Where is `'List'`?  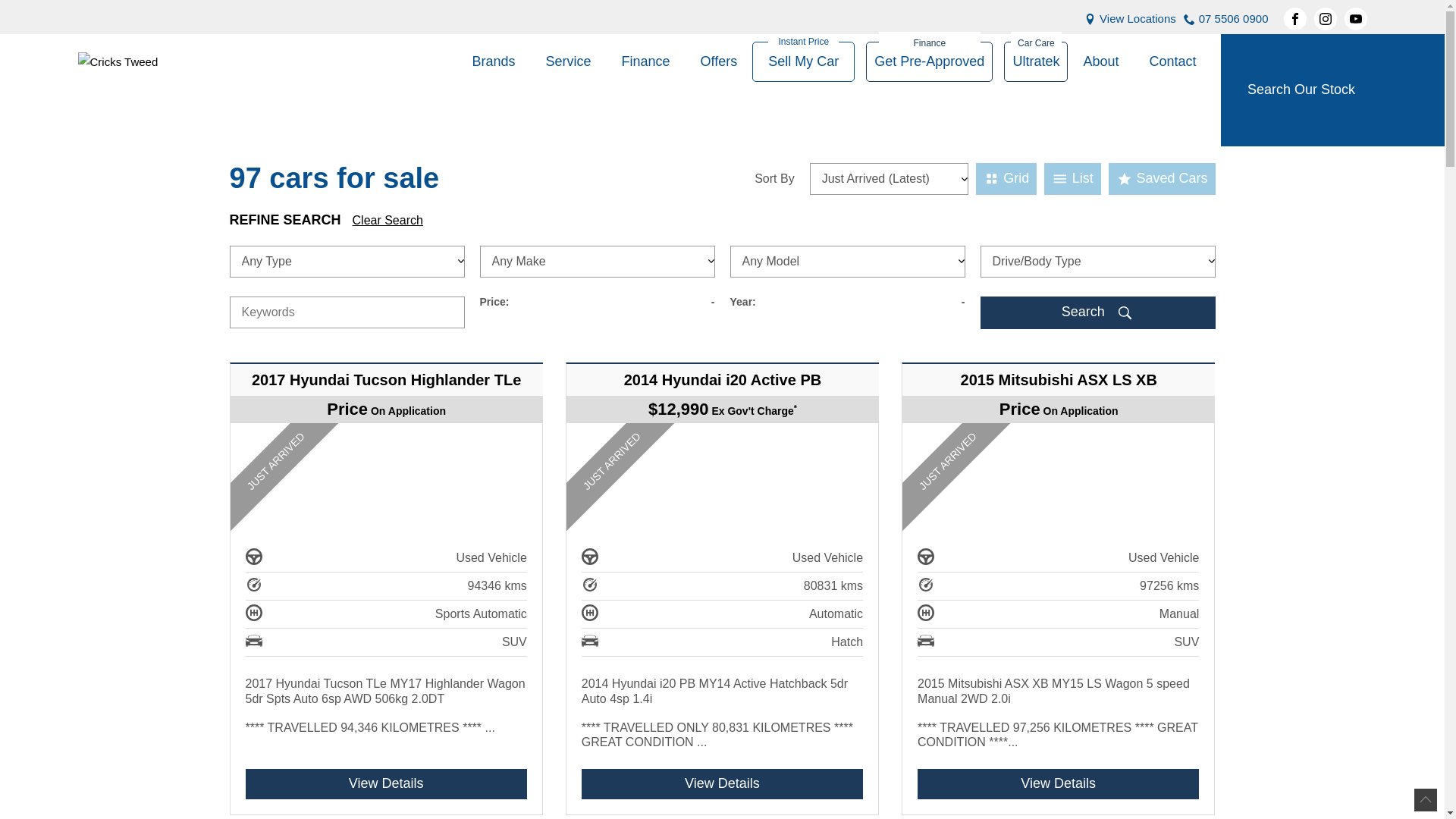 'List' is located at coordinates (1043, 177).